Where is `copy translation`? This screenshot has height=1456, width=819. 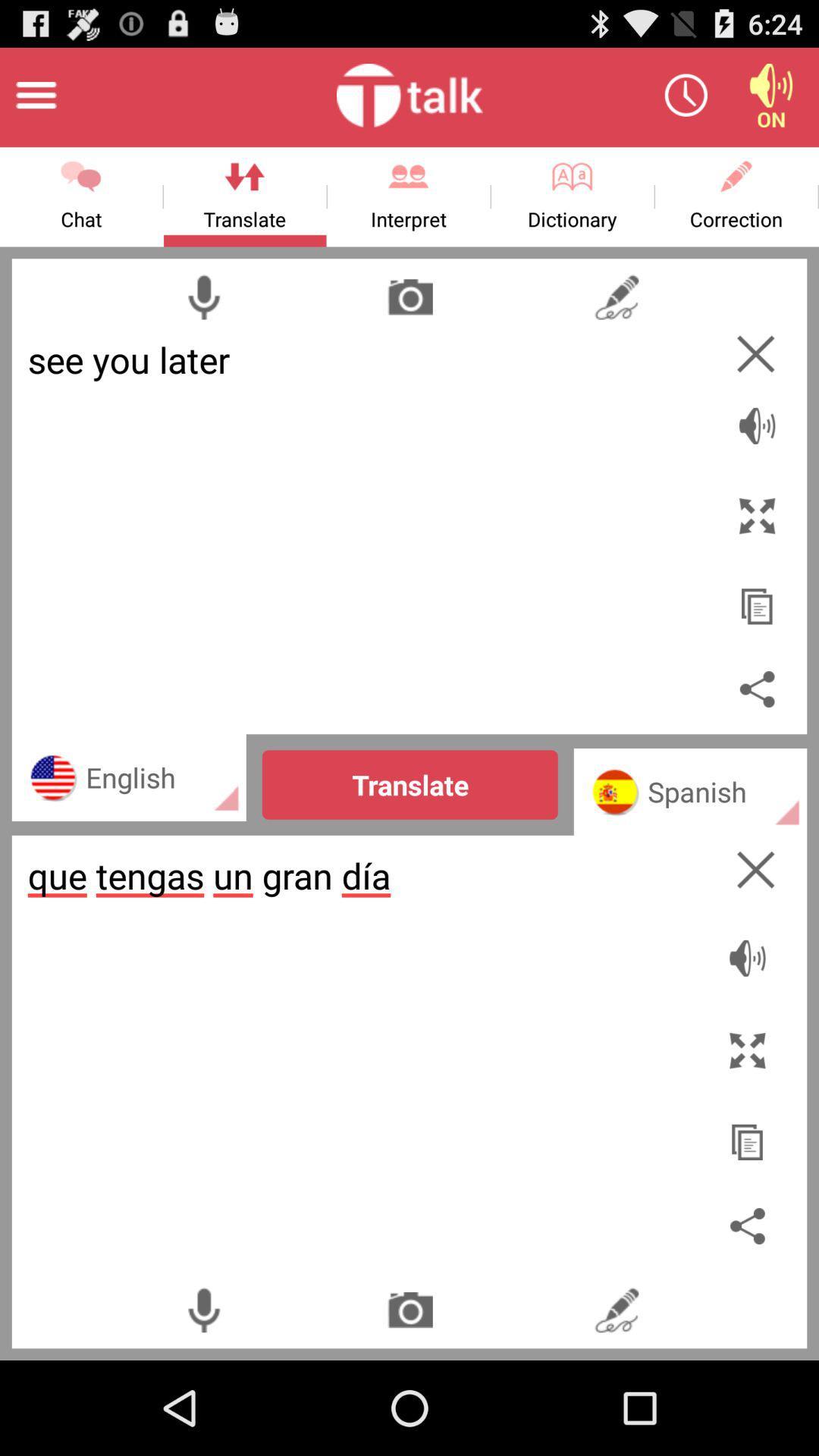 copy translation is located at coordinates (748, 1134).